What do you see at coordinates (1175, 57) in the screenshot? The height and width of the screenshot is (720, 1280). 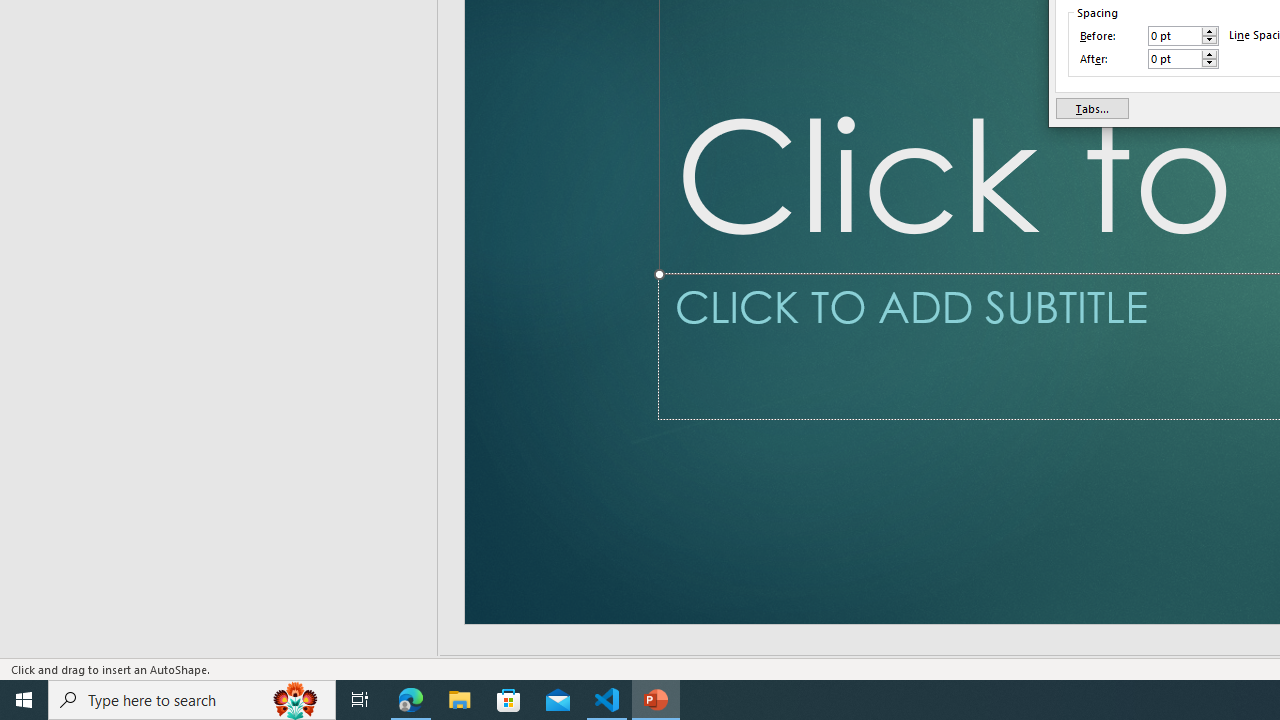 I see `'After'` at bounding box center [1175, 57].